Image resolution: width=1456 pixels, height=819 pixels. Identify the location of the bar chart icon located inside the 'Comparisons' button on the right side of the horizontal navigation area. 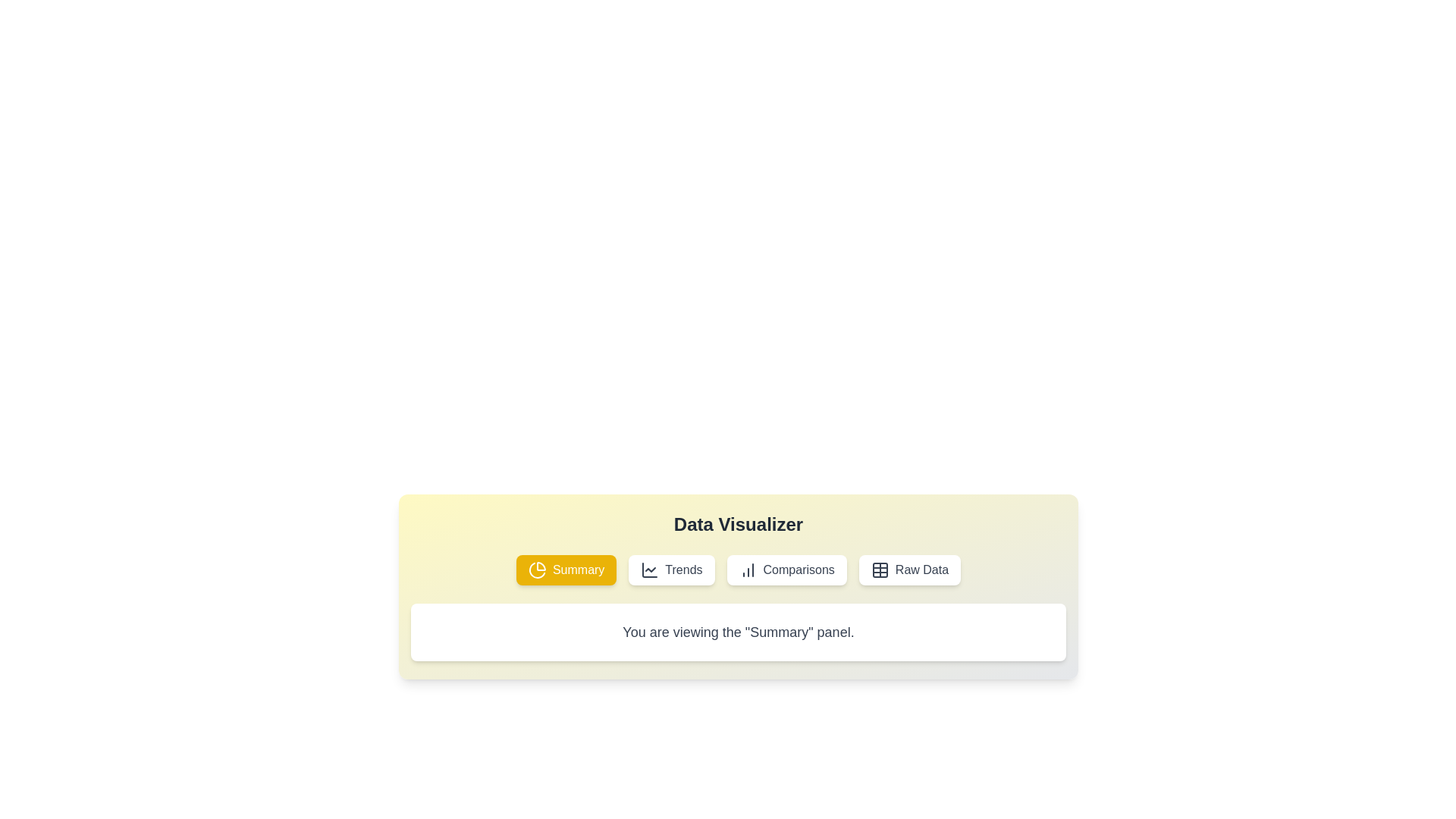
(748, 570).